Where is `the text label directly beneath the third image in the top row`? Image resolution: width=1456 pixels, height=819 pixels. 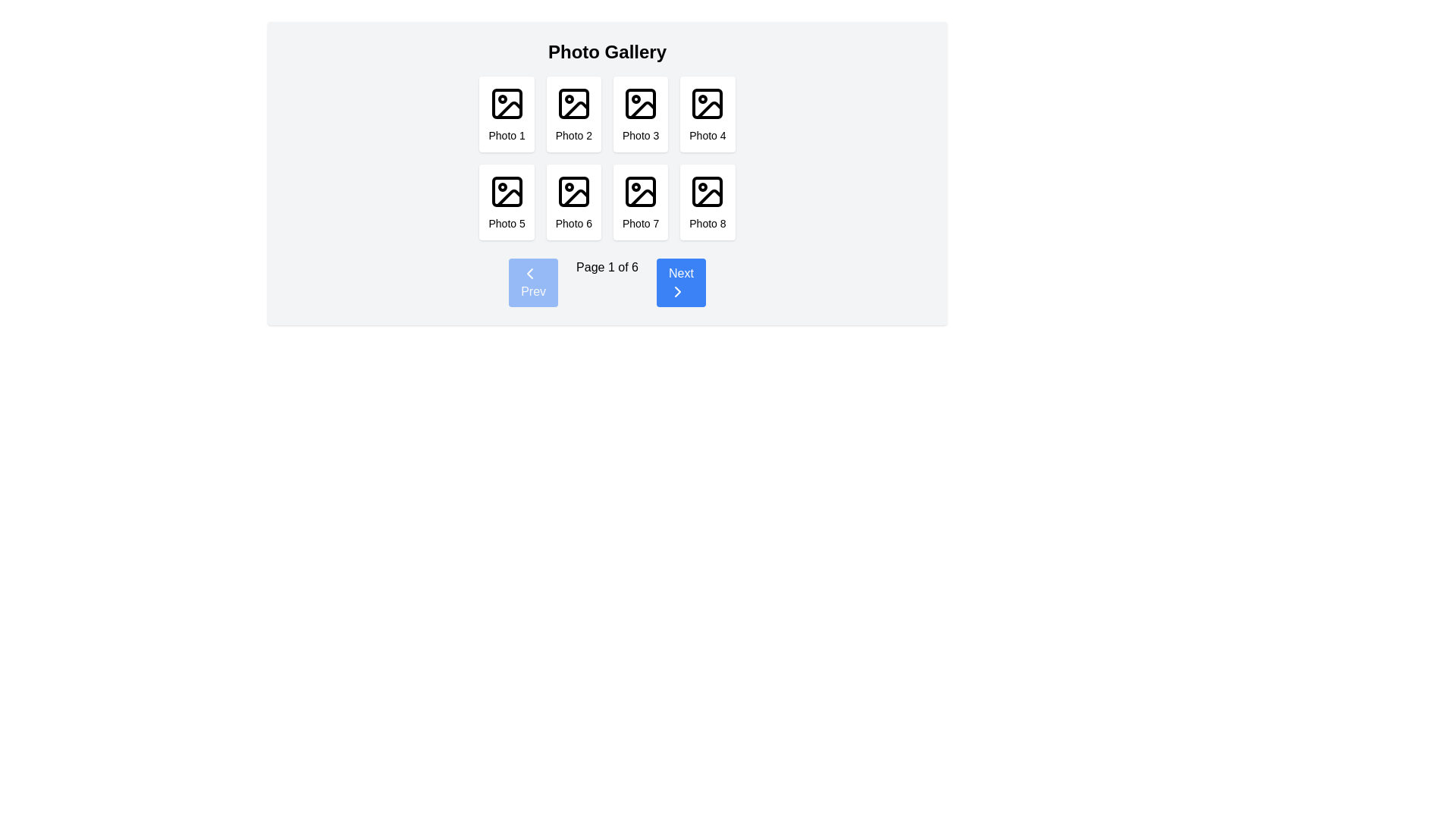 the text label directly beneath the third image in the top row is located at coordinates (641, 134).